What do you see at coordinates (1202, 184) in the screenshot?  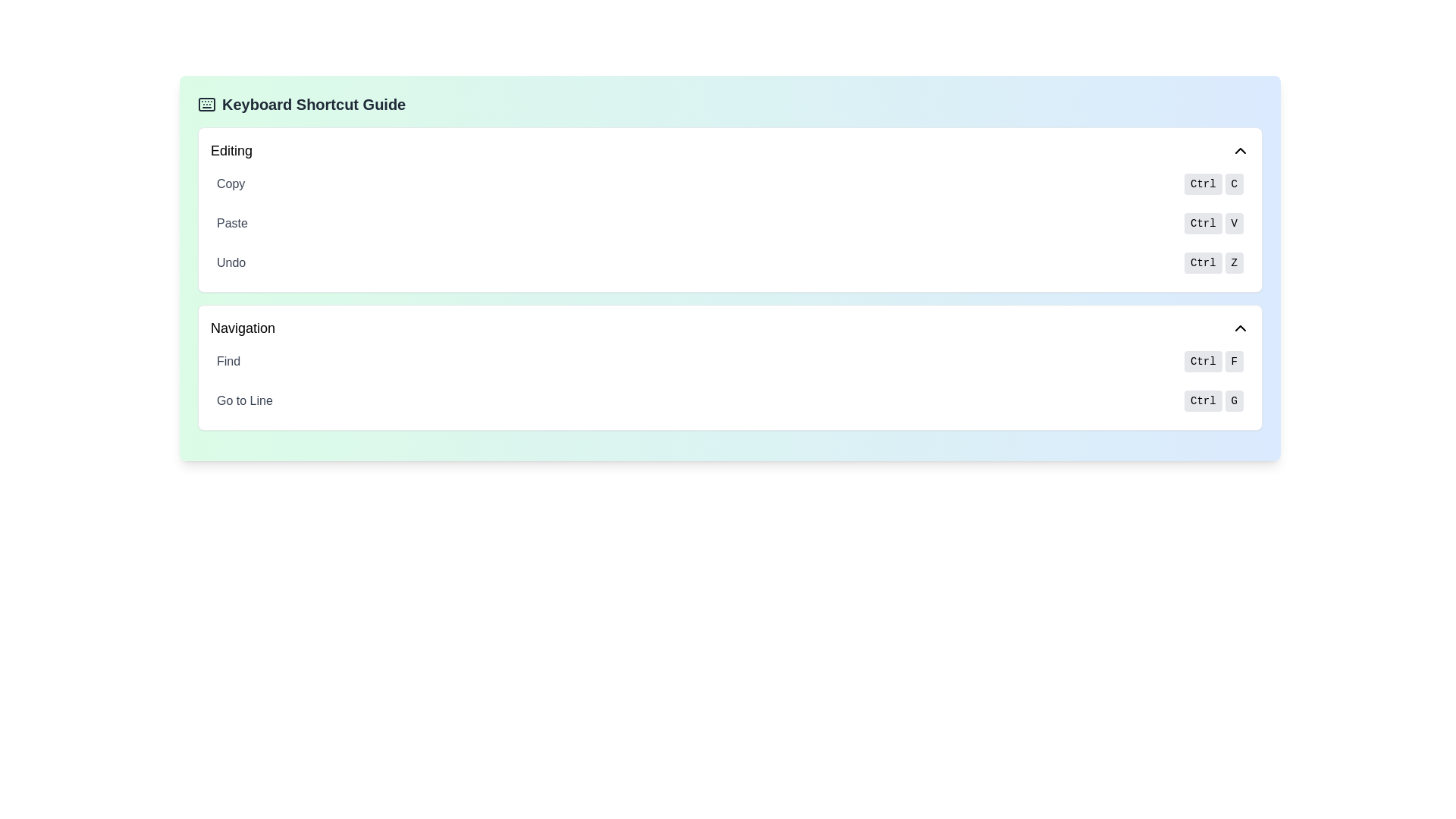 I see `the 'Ctrl' label, which is styled with a gray background and rounded corners, located on the right side of the 'Copy' instruction in the Keyboard Shortcut Guide section` at bounding box center [1202, 184].